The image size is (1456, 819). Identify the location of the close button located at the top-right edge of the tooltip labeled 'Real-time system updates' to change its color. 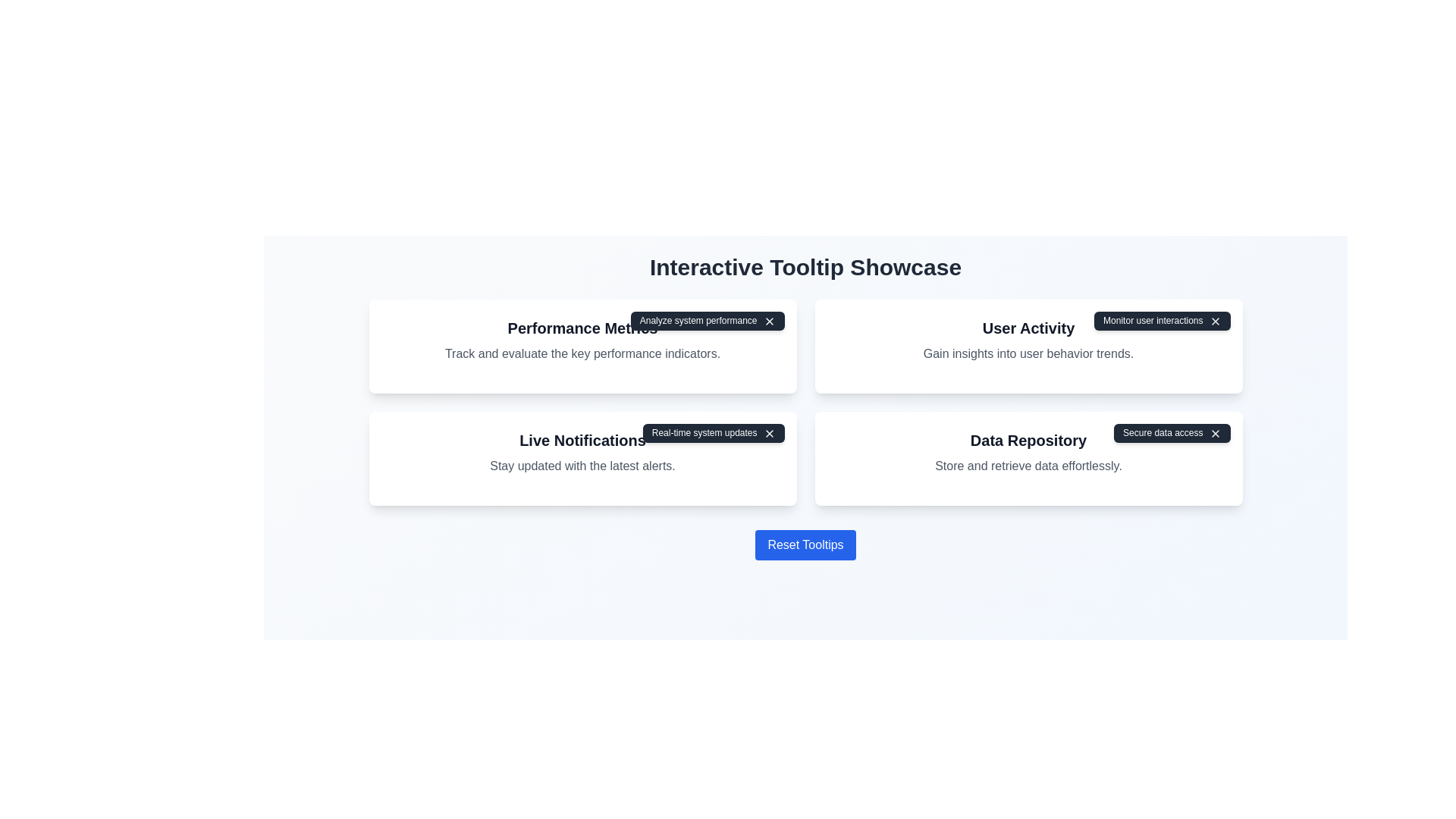
(769, 433).